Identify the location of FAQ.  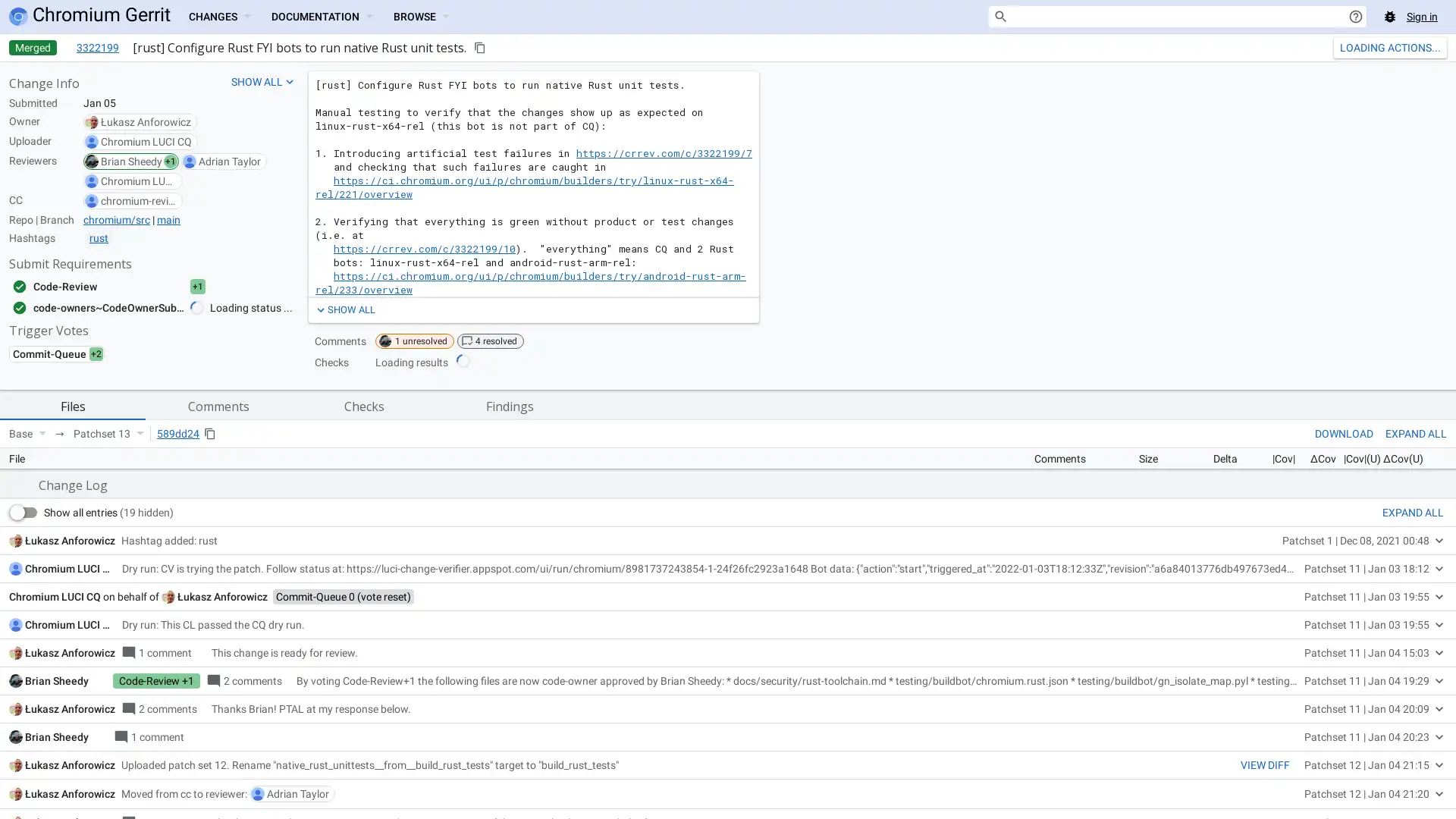
(1370, 660).